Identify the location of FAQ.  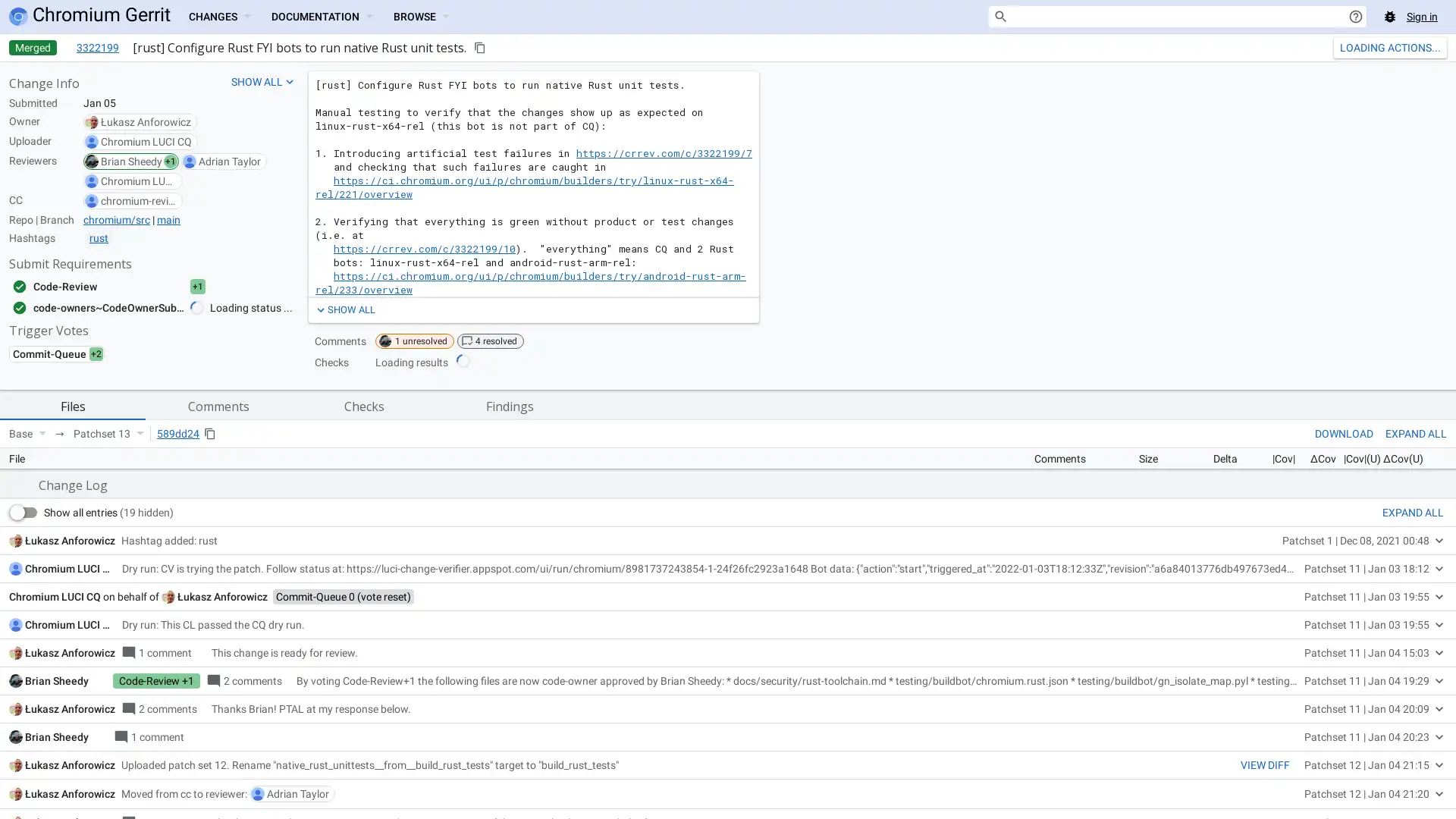
(1370, 660).